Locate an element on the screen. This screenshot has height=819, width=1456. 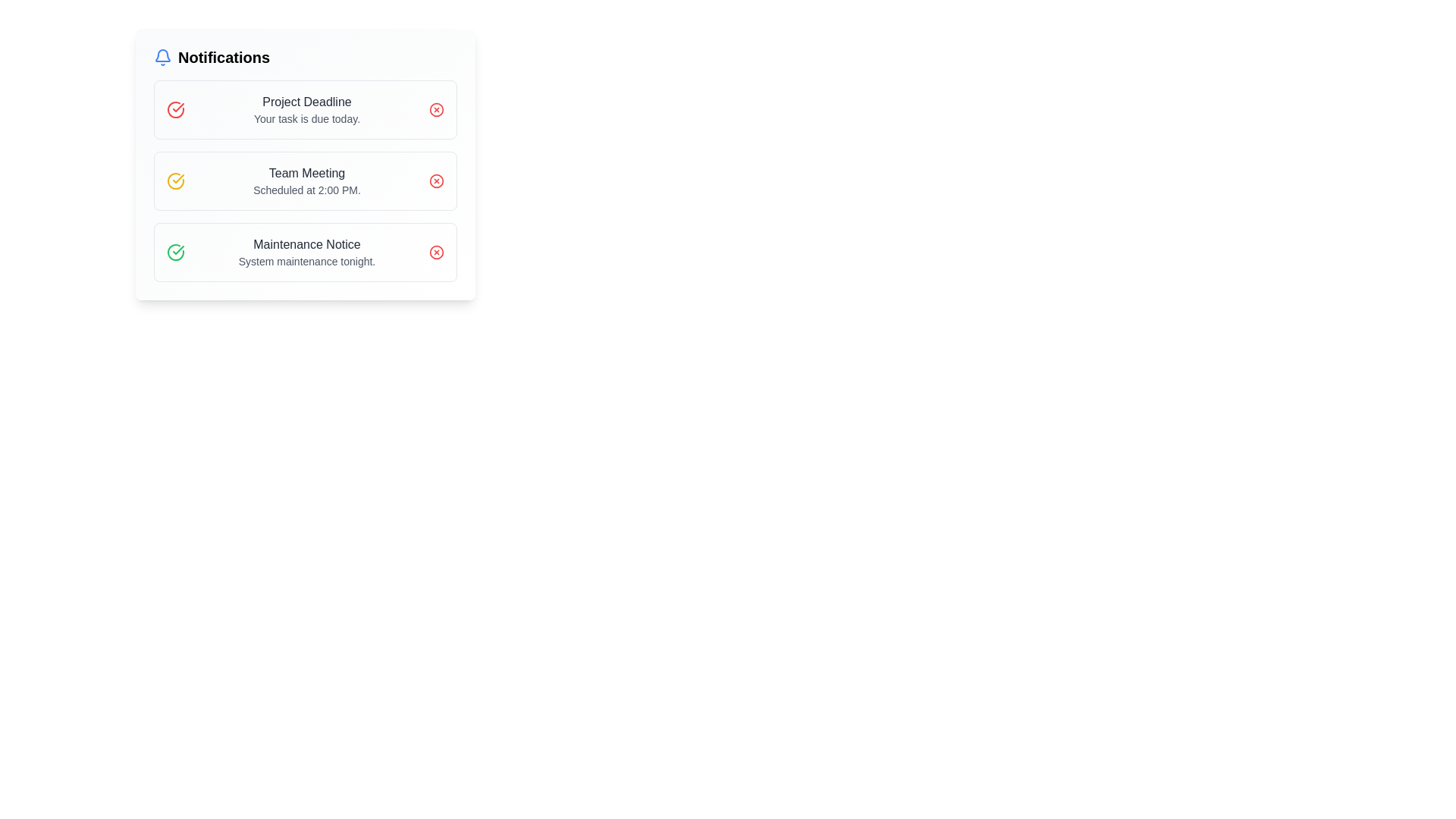
the title Text Label within the notification panel that highlights the subject of the notification, located at the top left and above the description text 'Your task is due today.' is located at coordinates (306, 102).